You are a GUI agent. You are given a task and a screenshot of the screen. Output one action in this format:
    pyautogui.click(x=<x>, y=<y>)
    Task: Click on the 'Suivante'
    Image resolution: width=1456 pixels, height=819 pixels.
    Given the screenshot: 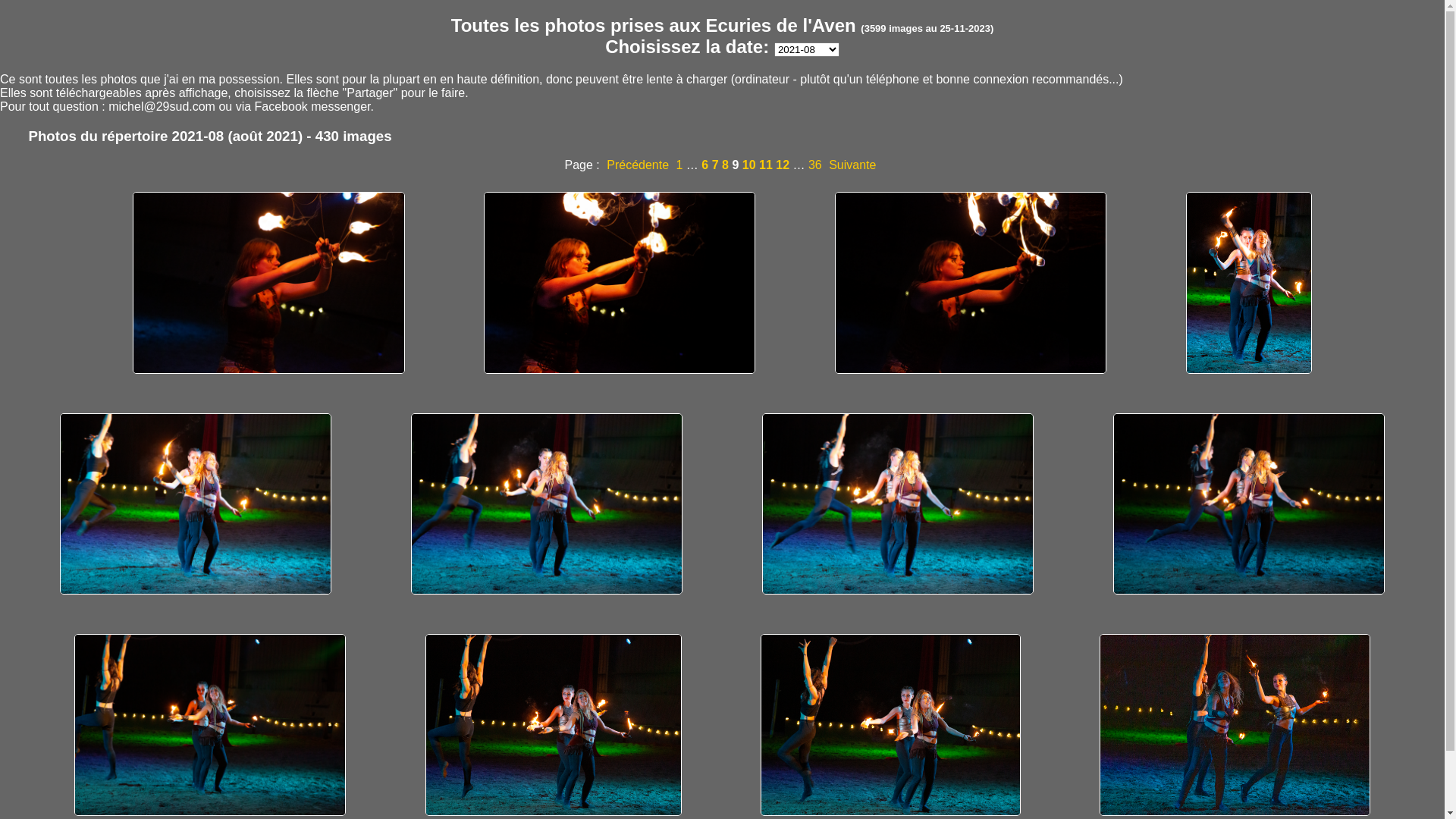 What is the action you would take?
    pyautogui.click(x=852, y=165)
    